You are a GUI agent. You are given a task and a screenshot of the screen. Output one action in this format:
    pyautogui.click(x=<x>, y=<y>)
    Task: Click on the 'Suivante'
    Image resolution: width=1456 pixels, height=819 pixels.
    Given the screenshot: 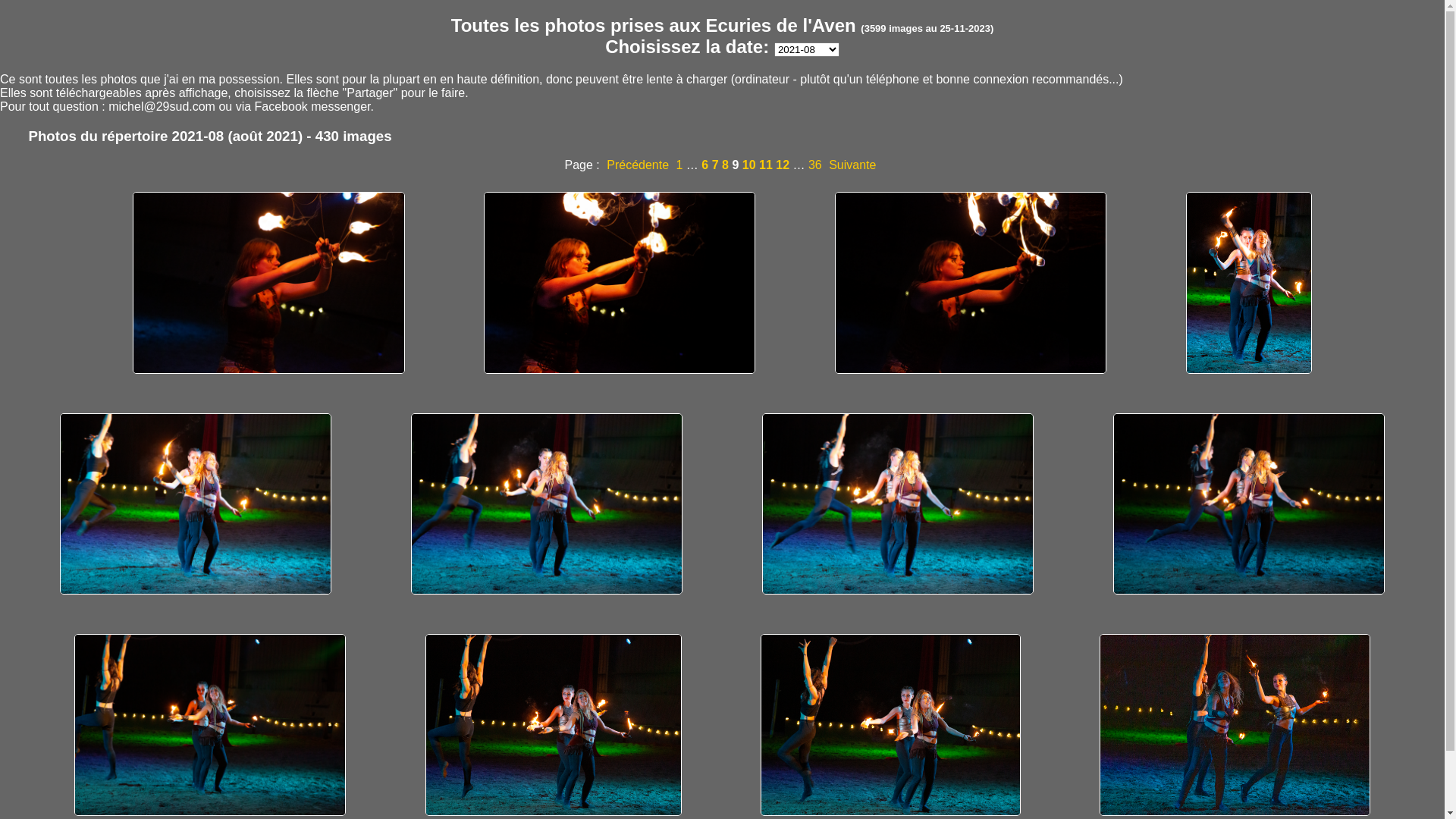 What is the action you would take?
    pyautogui.click(x=852, y=165)
    